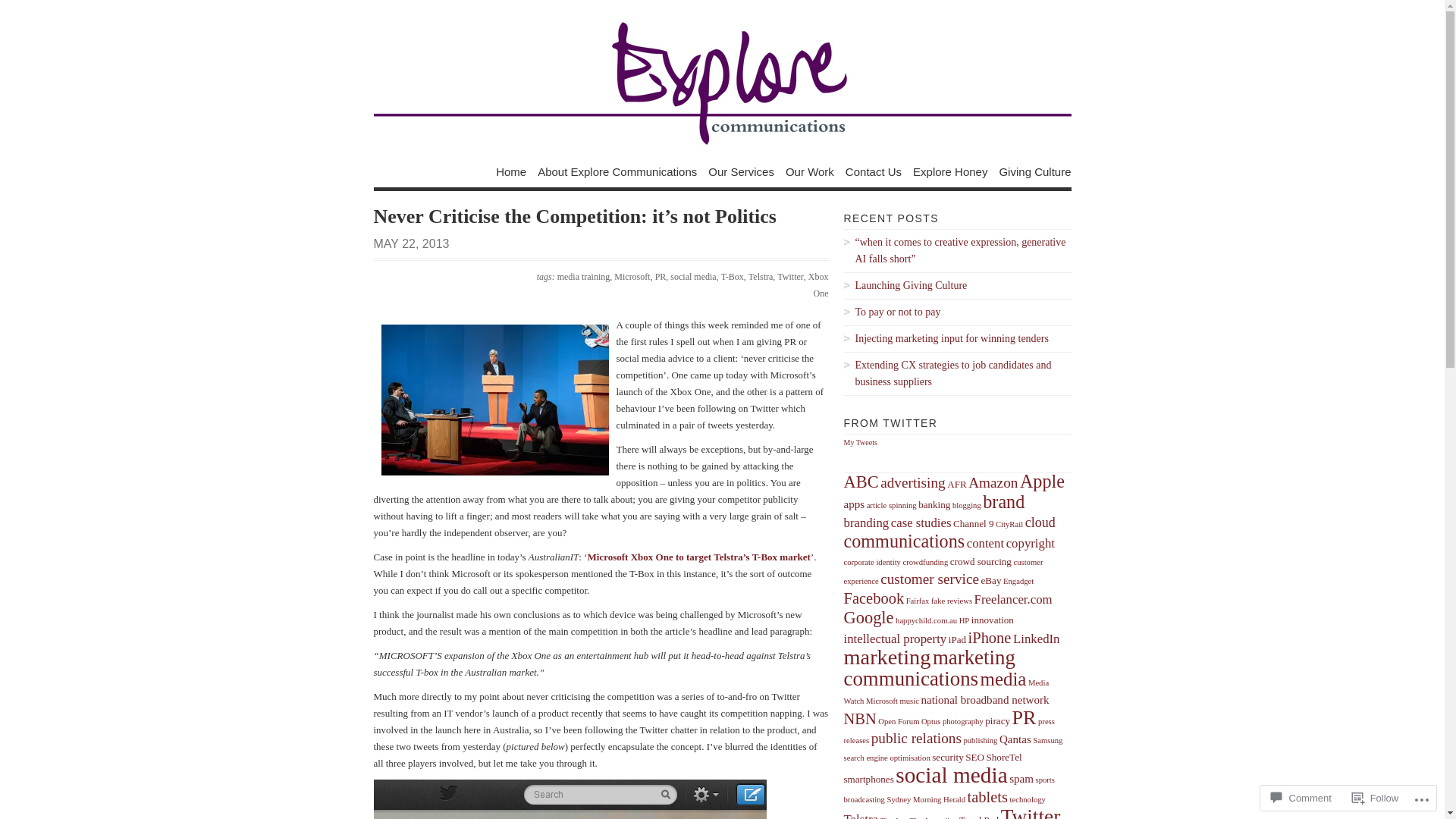 The height and width of the screenshot is (819, 1456). What do you see at coordinates (930, 720) in the screenshot?
I see `'Optus'` at bounding box center [930, 720].